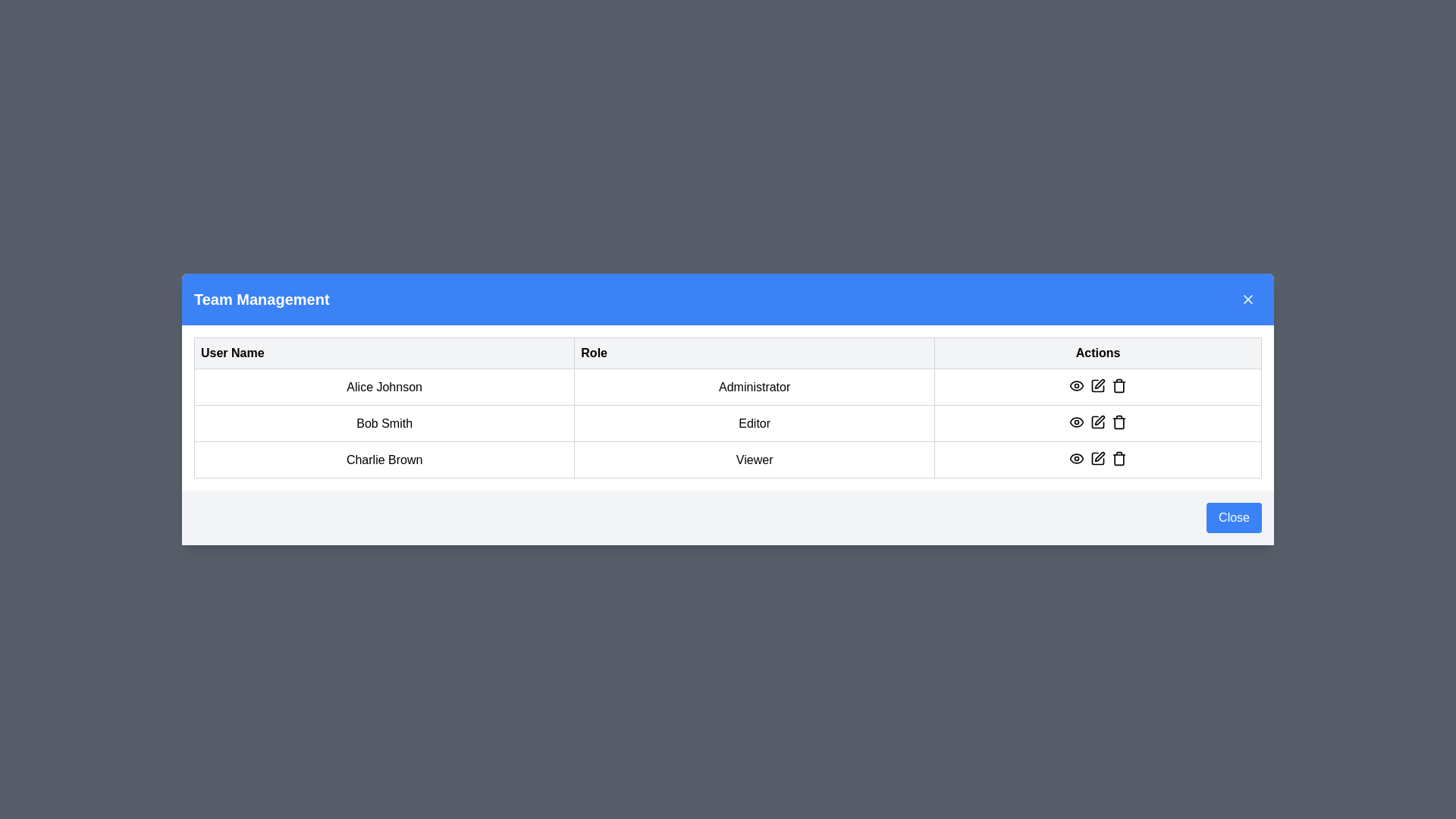 The image size is (1456, 819). Describe the element at coordinates (1098, 422) in the screenshot. I see `the edit button in the 'Actions' column of the second row to initiate the edit action for 'Bob Smith'` at that location.